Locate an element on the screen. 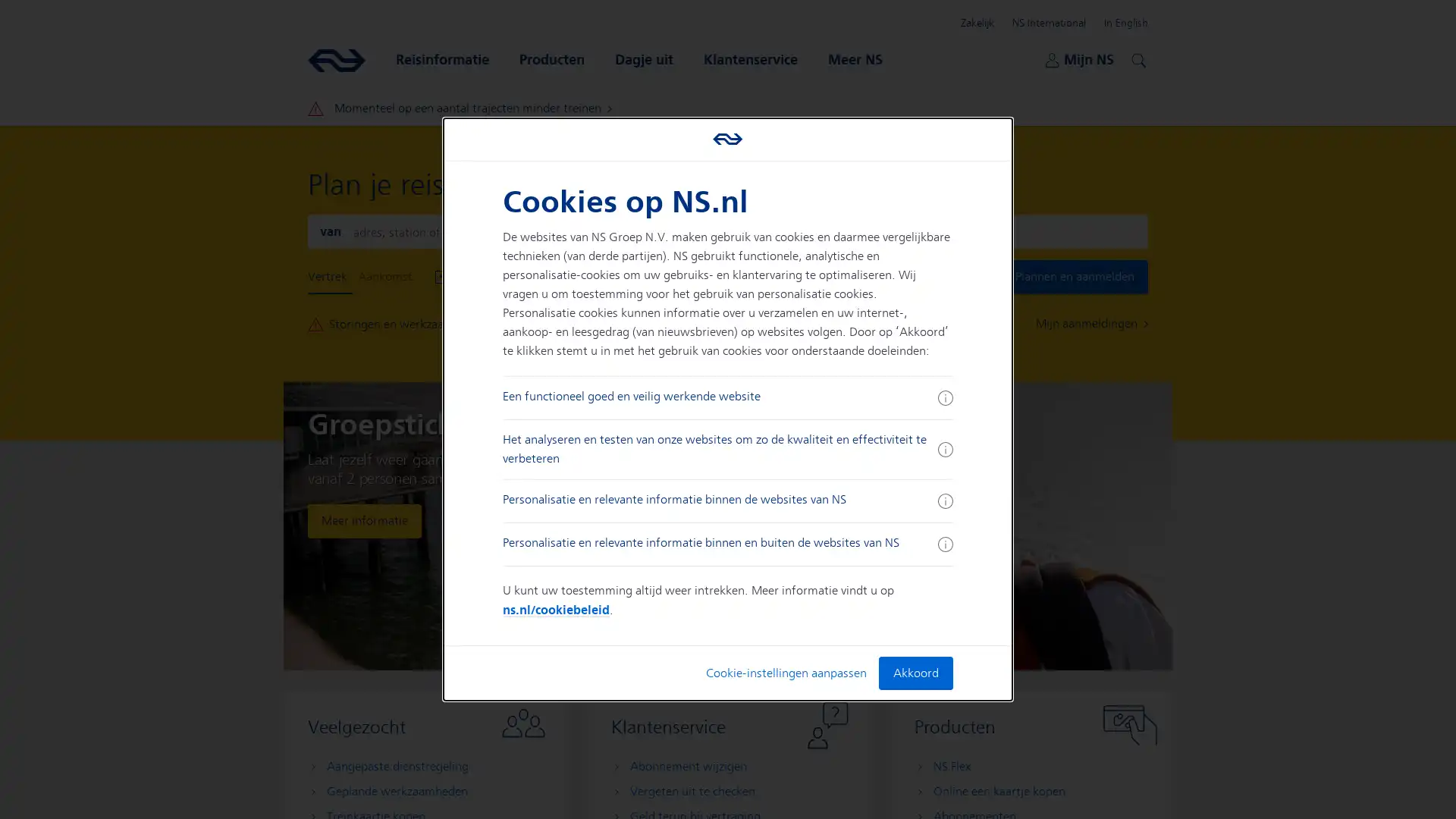 Image resolution: width=1456 pixels, height=819 pixels. Cookie-instellingen aanpassen is located at coordinates (786, 672).